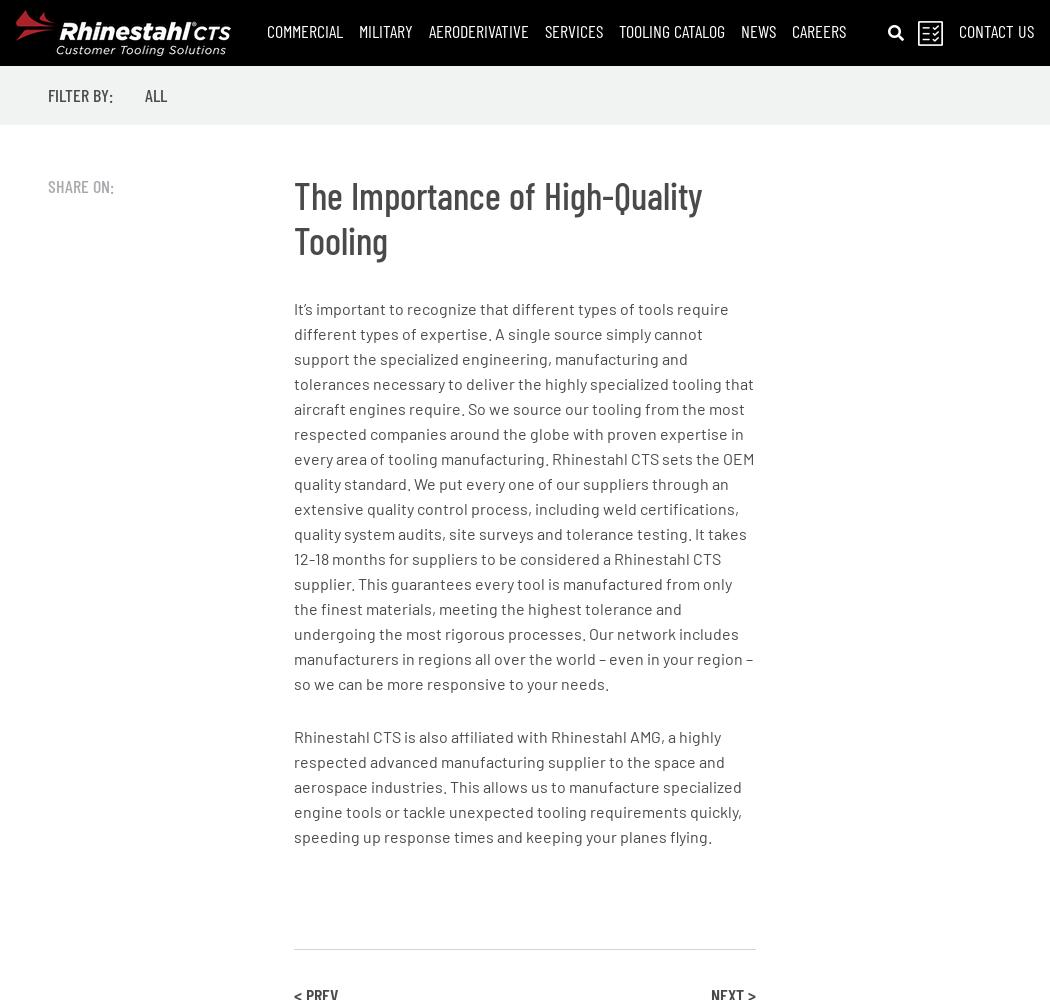 The width and height of the screenshot is (1050, 1000). I want to click on 'All', so click(156, 94).